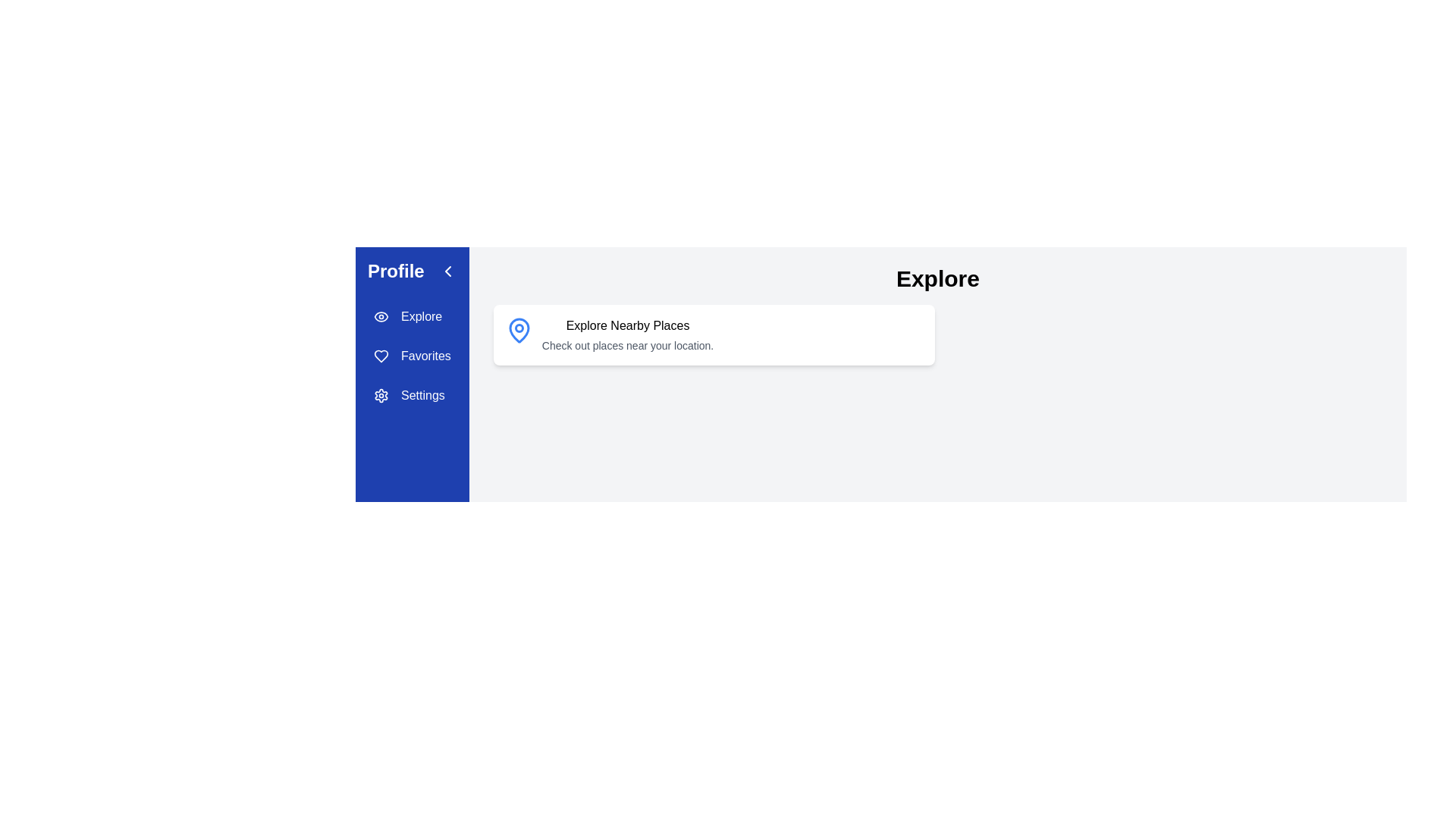 The height and width of the screenshot is (819, 1456). I want to click on the chevron icon in the sidebar menu adjacent to the 'Profile' heading, so click(447, 271).